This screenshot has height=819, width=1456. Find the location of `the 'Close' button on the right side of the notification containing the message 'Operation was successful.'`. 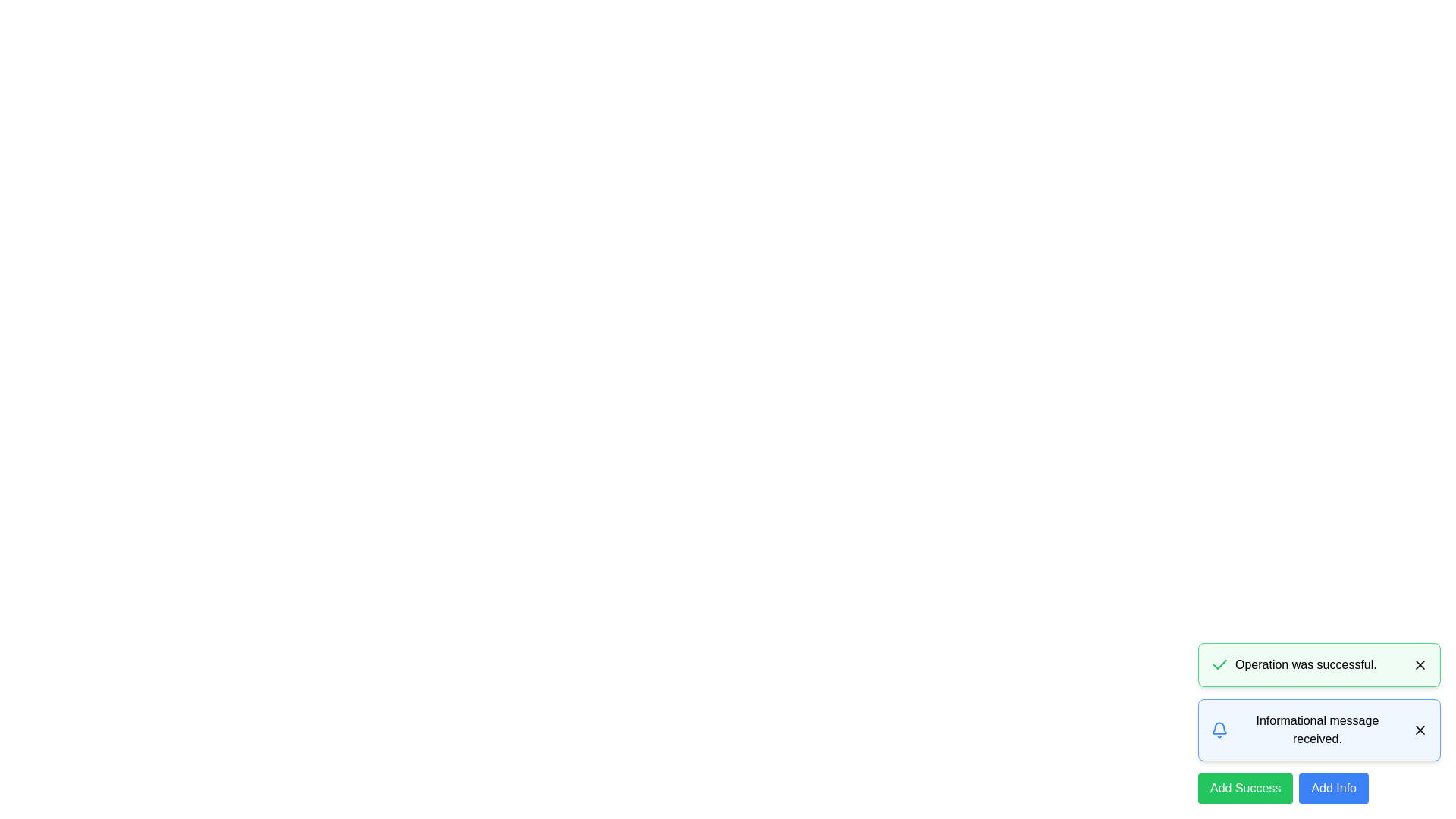

the 'Close' button on the right side of the notification containing the message 'Operation was successful.' is located at coordinates (1419, 664).